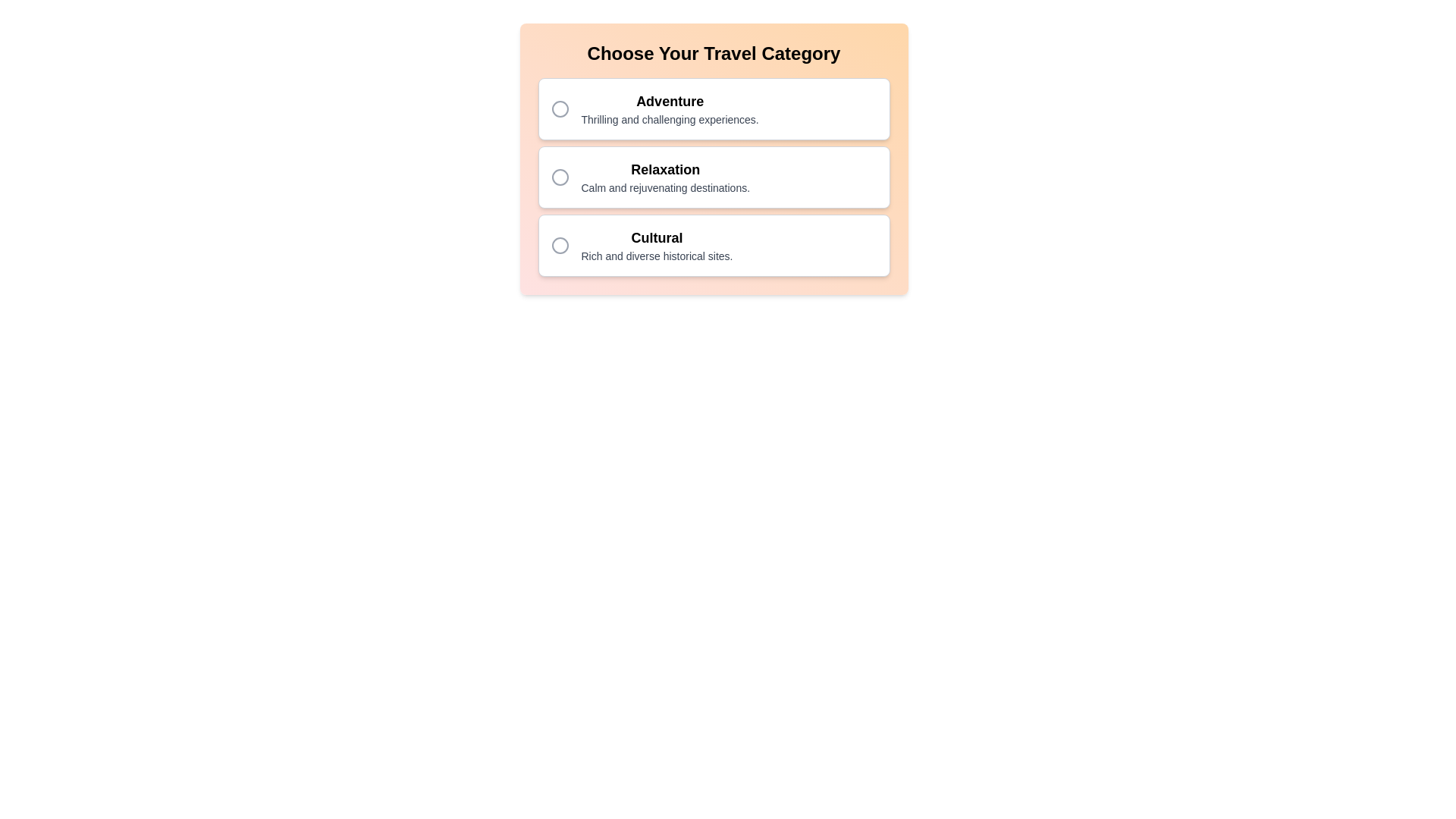  I want to click on the 'Relaxation' selectable item with a radio button, which is the second item in a list of categories, to trigger an additional focus effect, so click(713, 177).